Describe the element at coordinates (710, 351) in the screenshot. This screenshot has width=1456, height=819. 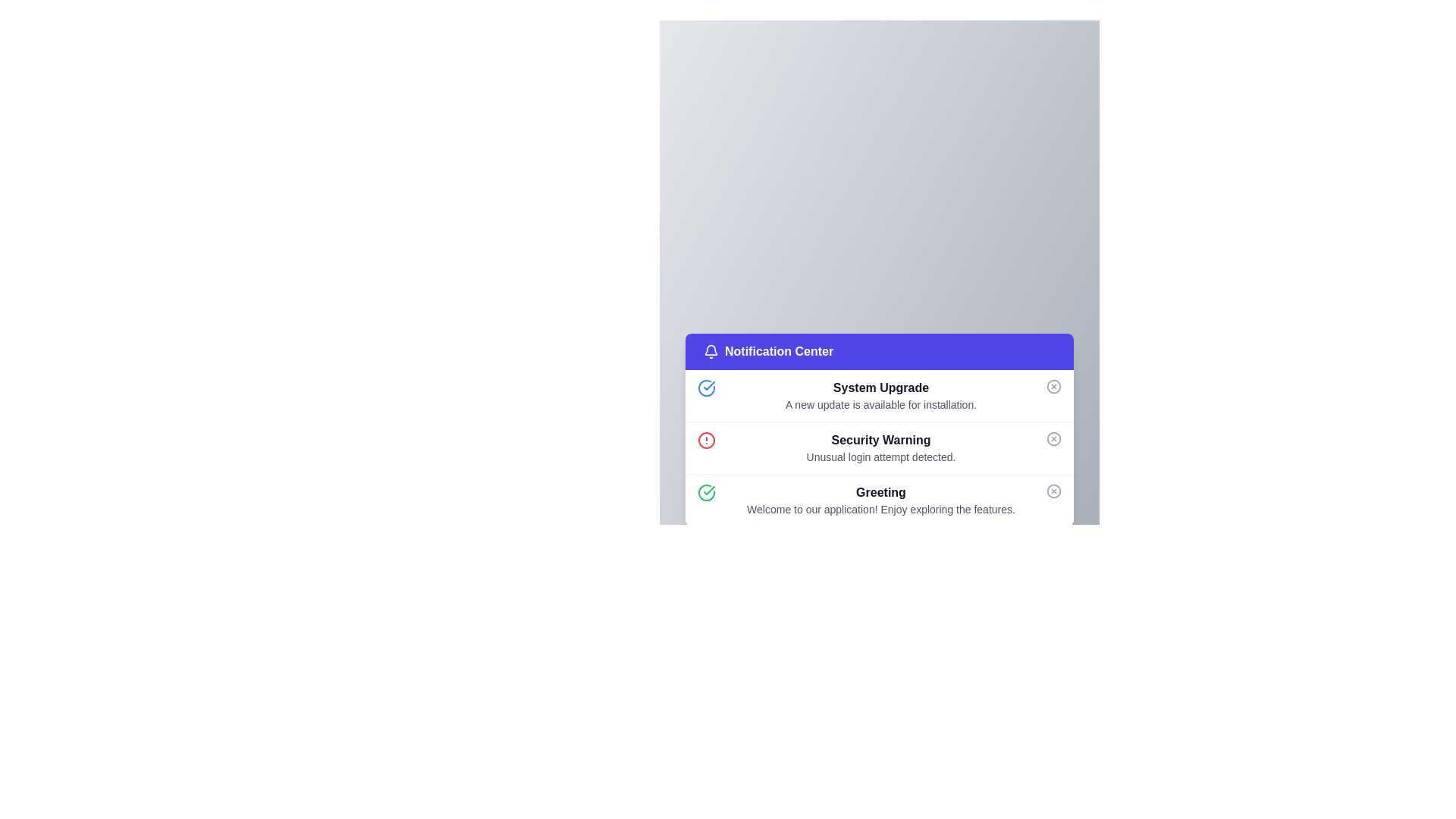
I see `the notification icon located in the header section of the Notification Center` at that location.